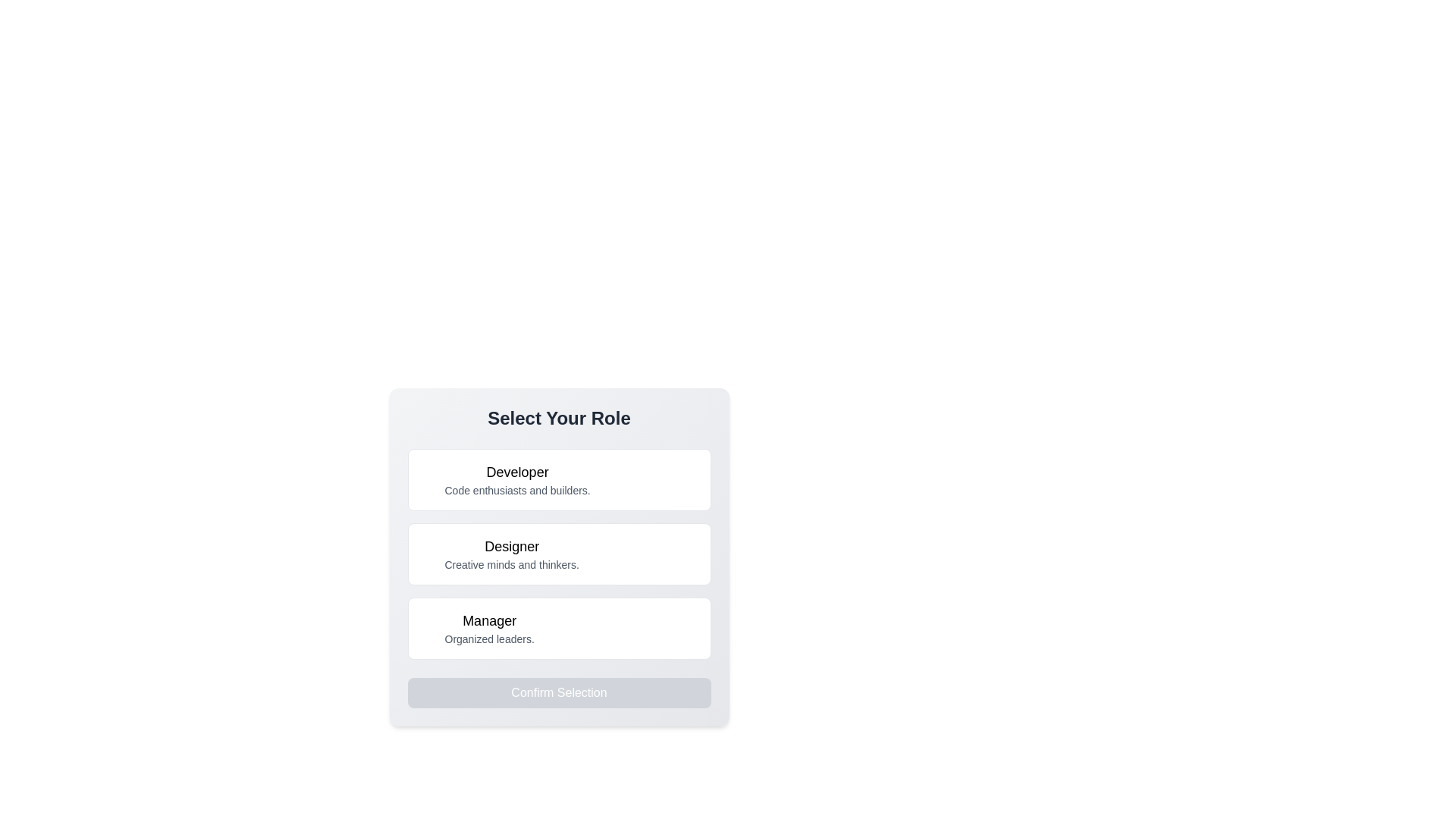 The width and height of the screenshot is (1456, 819). Describe the element at coordinates (489, 639) in the screenshot. I see `the static text label displaying 'Organized leaders.' located below the heading 'Manager'` at that location.